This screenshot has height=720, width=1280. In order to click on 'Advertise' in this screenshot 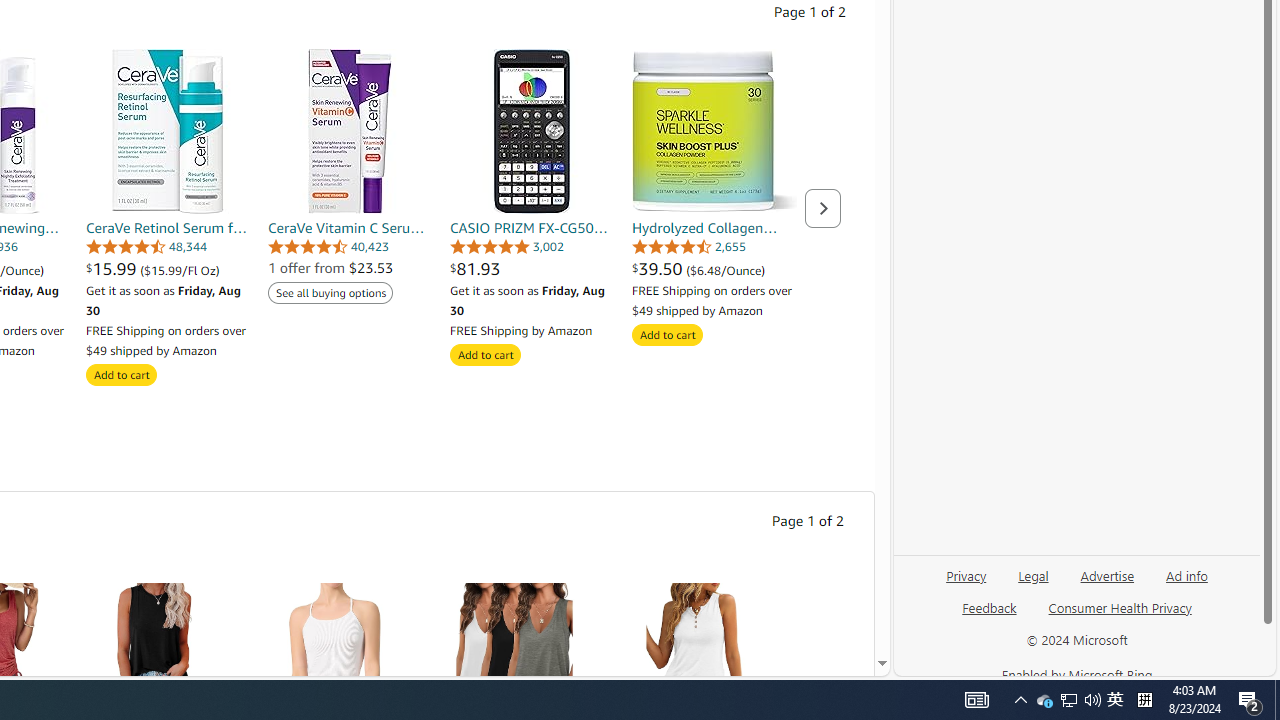, I will do `click(1106, 574)`.